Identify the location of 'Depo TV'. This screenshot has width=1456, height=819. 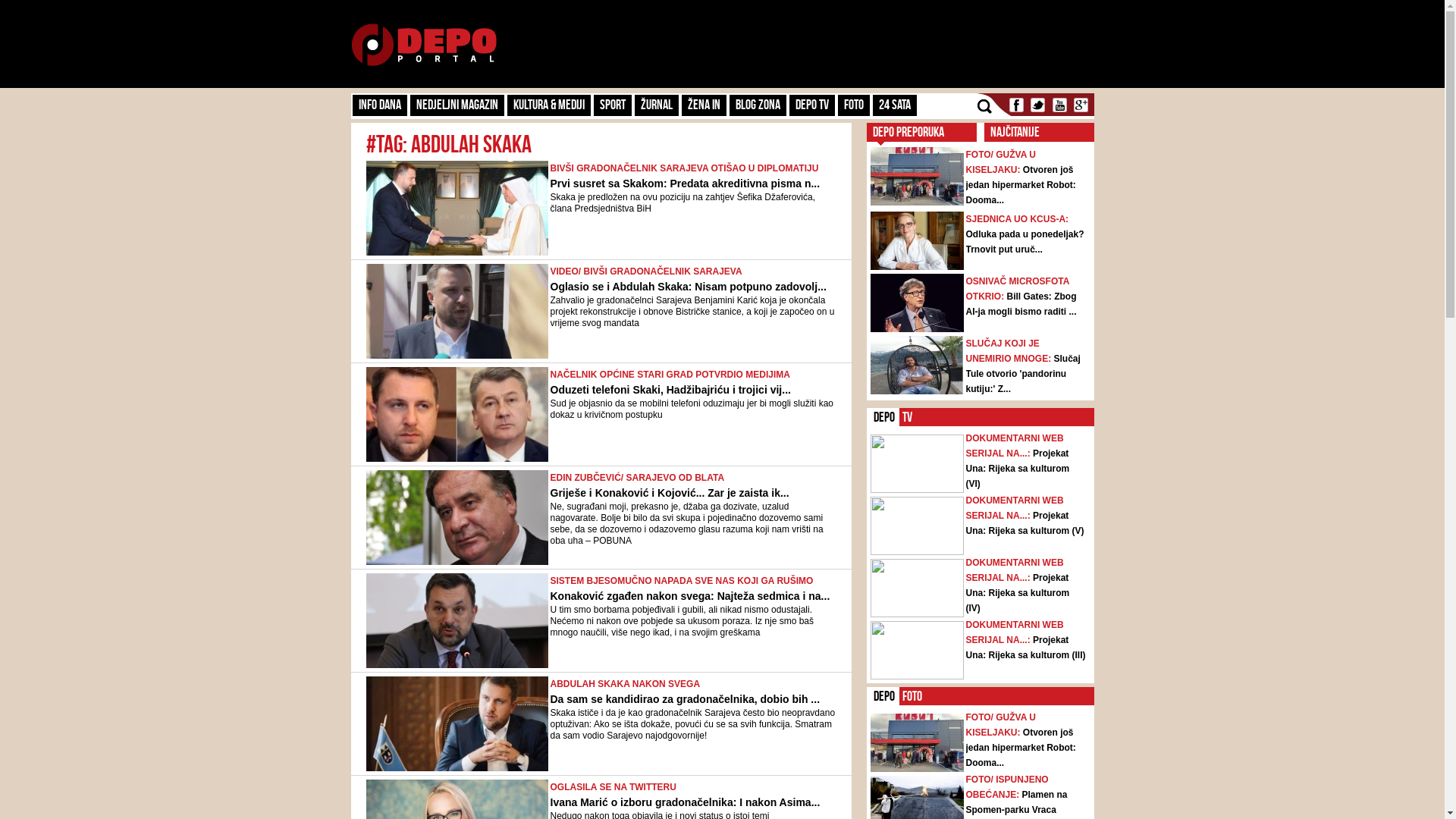
(811, 104).